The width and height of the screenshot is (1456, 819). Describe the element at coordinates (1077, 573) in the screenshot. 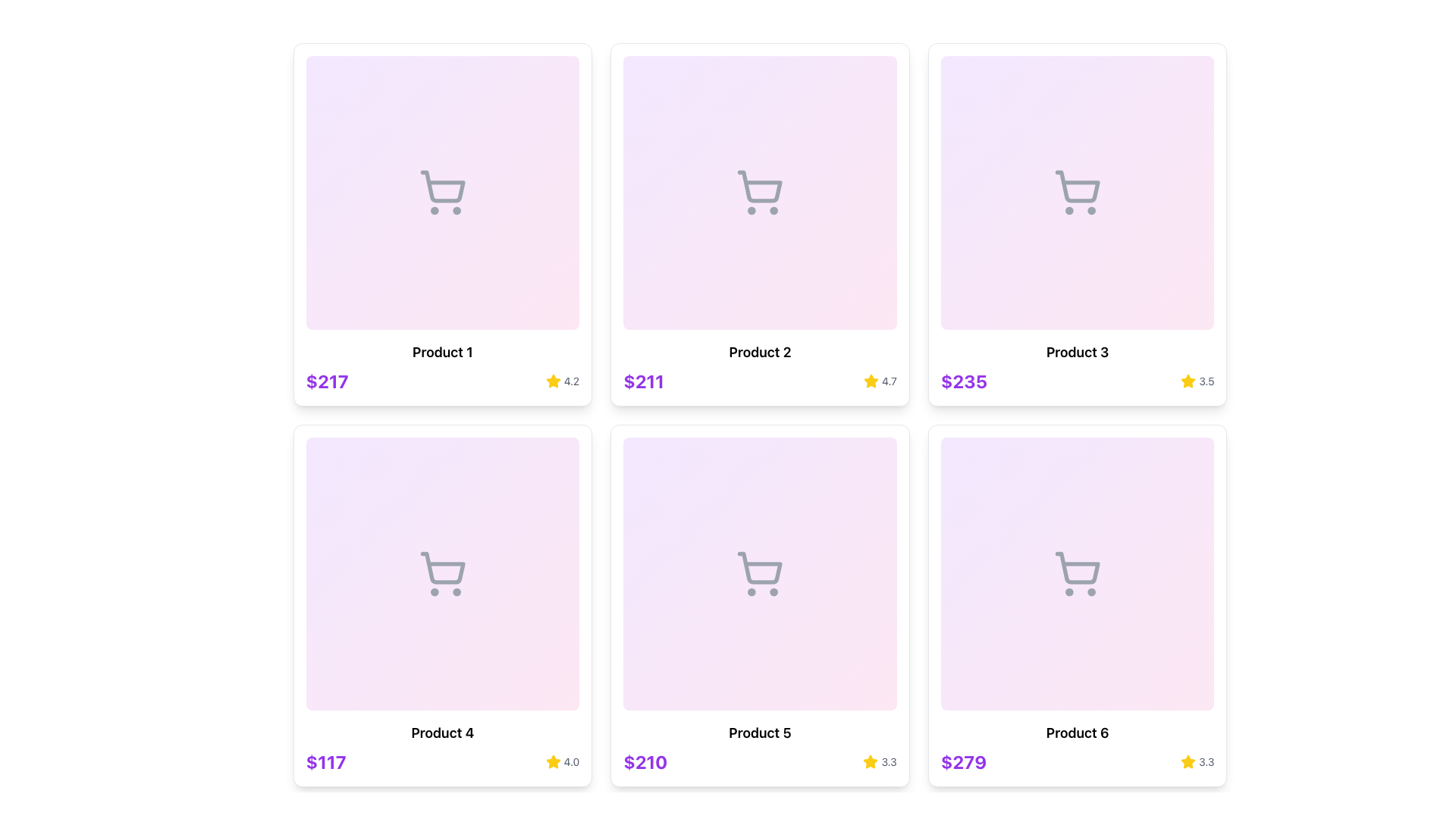

I see `the decorative shopping cart icon located within the 'Product 6' card priced at '$279'` at that location.